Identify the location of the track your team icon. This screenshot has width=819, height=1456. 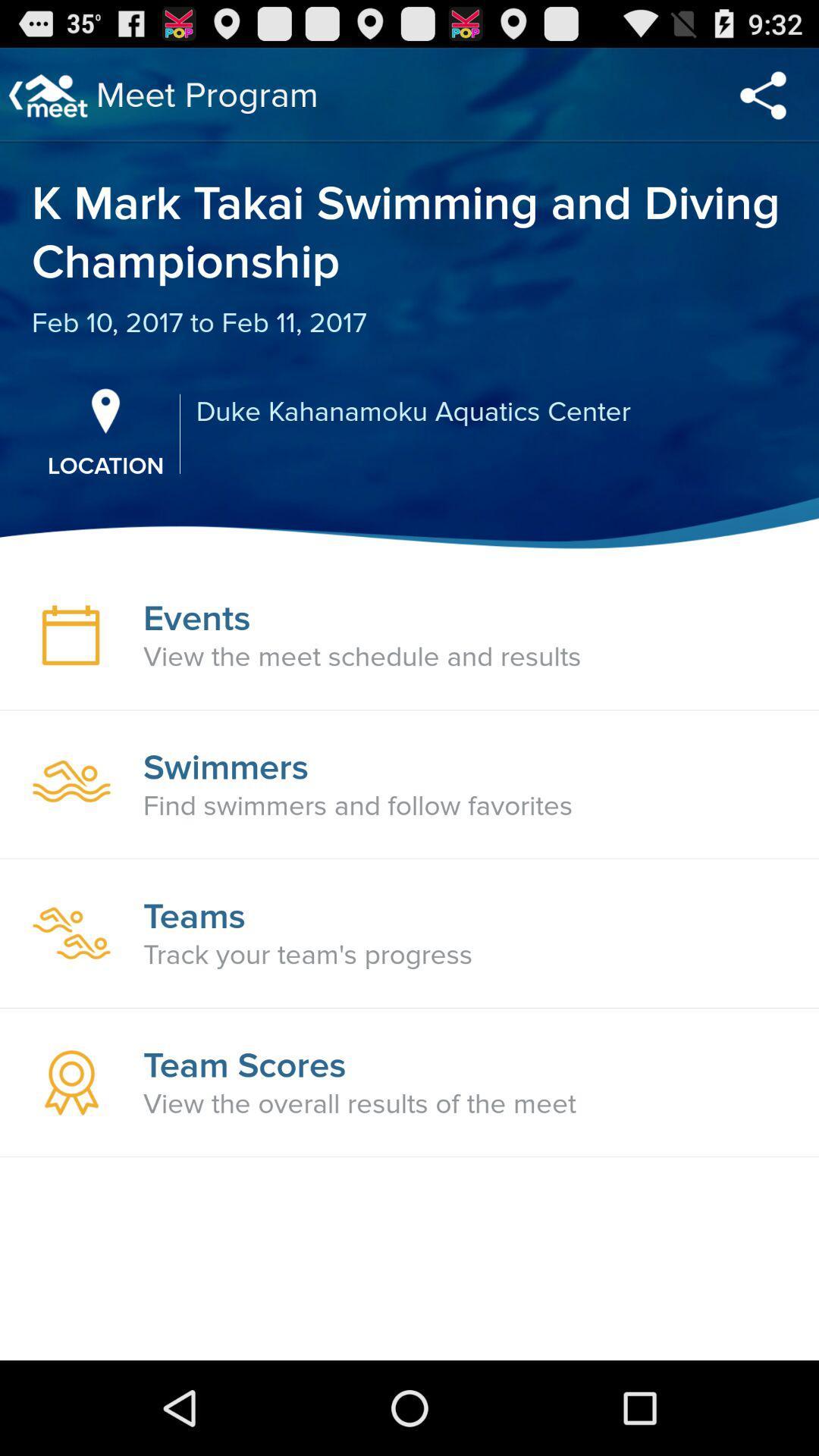
(307, 954).